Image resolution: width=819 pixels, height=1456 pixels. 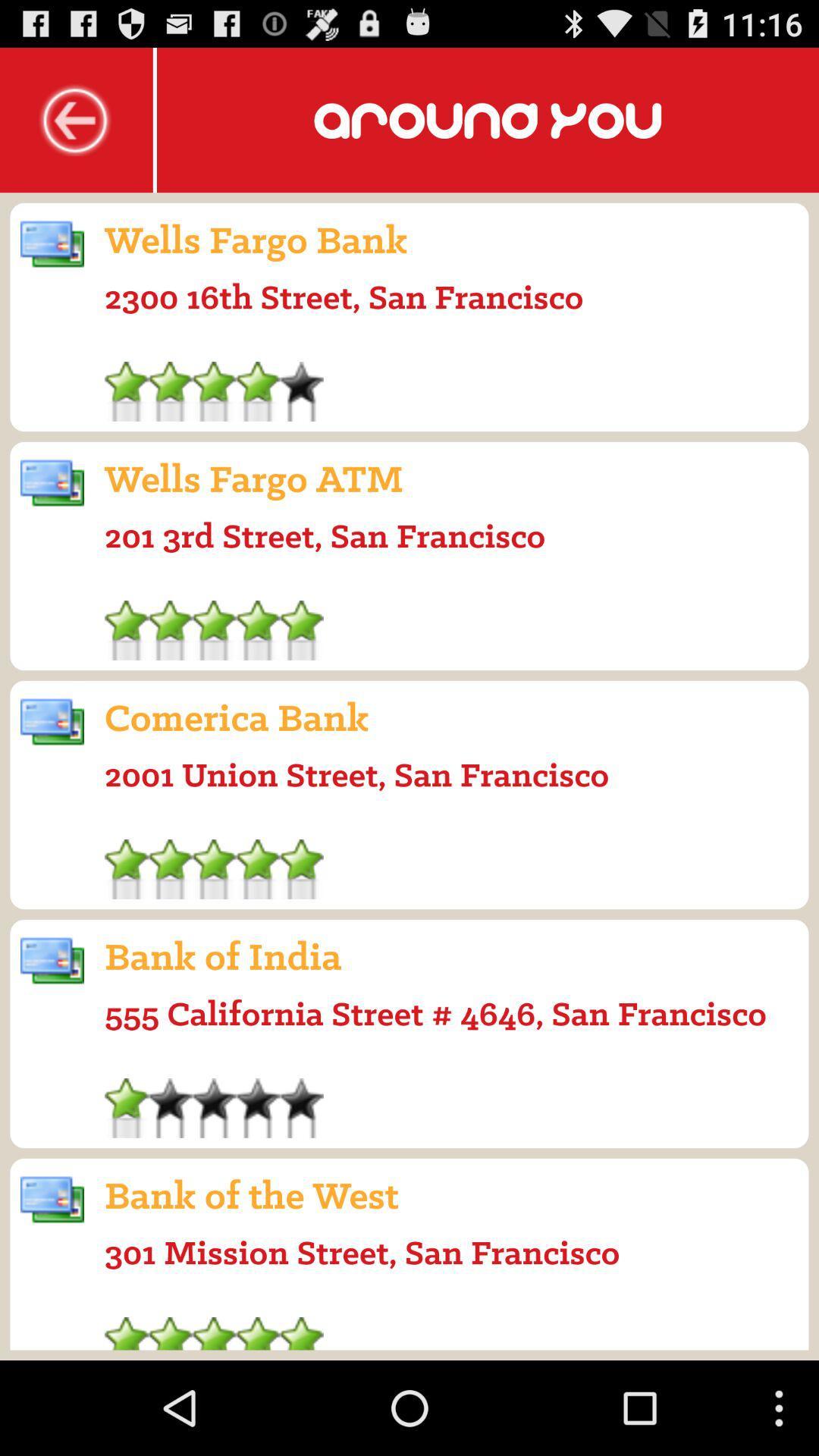 What do you see at coordinates (344, 297) in the screenshot?
I see `2300 16th street icon` at bounding box center [344, 297].